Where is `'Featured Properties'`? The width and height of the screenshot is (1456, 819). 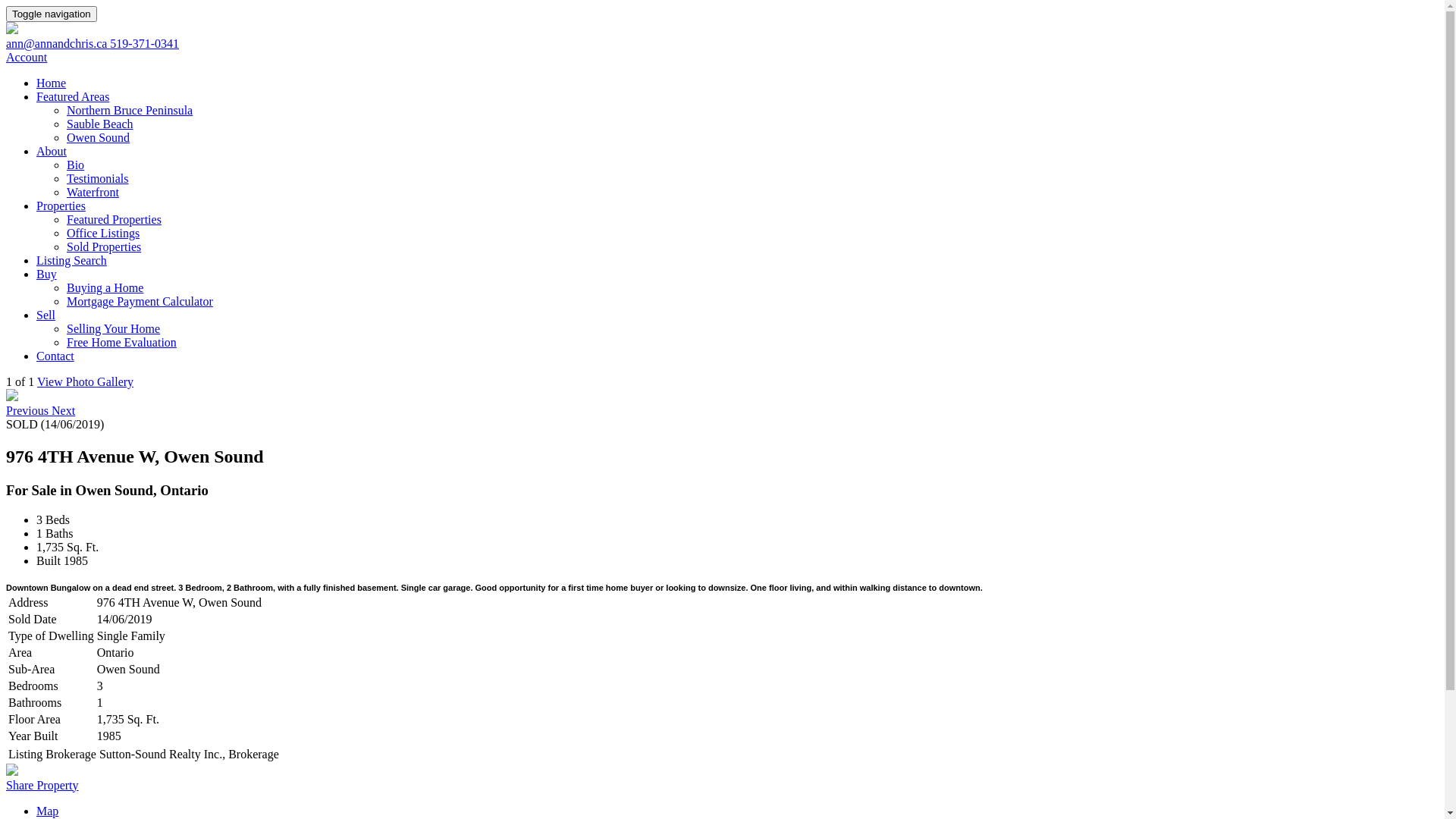 'Featured Properties' is located at coordinates (113, 219).